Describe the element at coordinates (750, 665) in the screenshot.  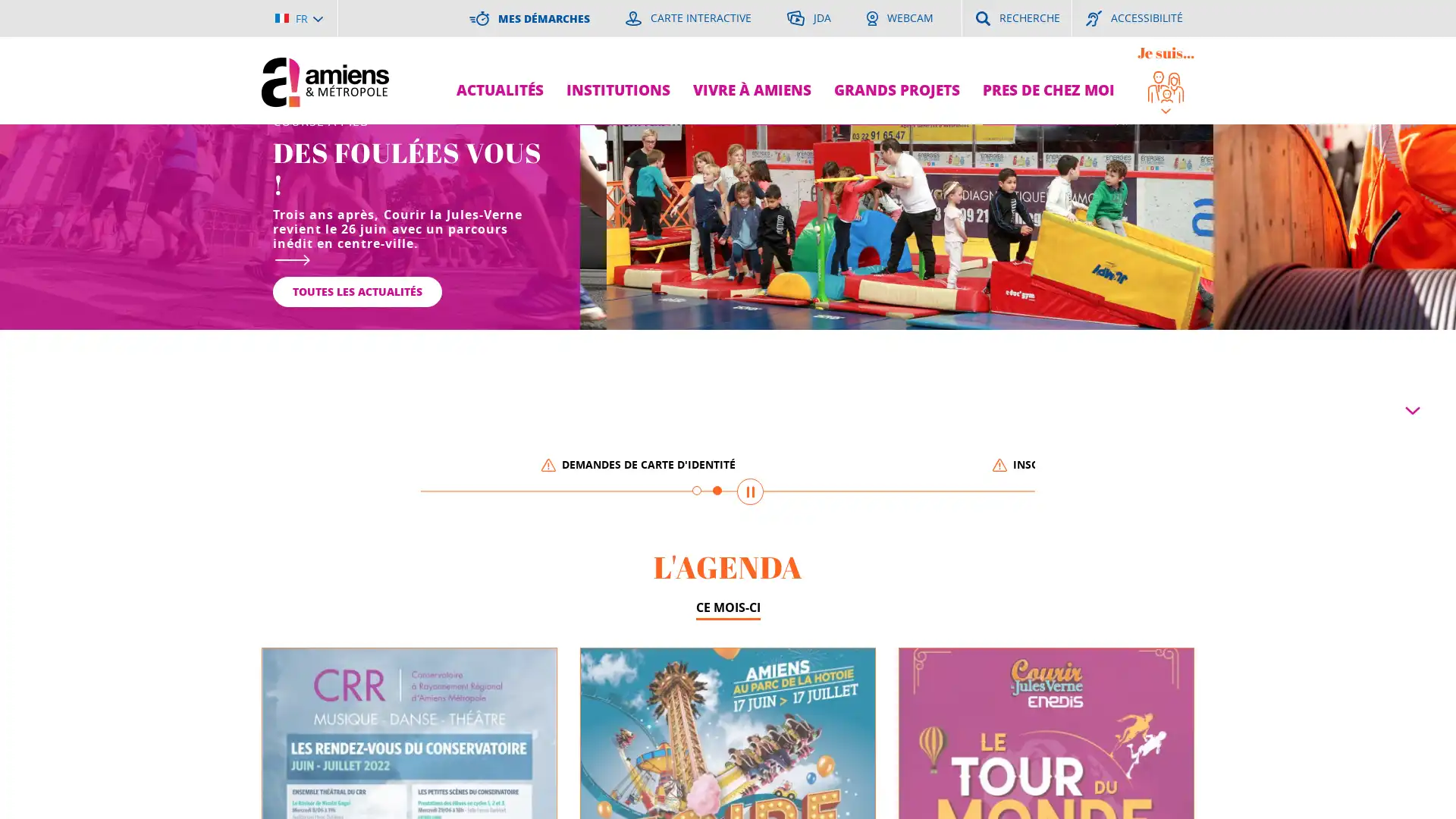
I see `Mettre en pause` at that location.